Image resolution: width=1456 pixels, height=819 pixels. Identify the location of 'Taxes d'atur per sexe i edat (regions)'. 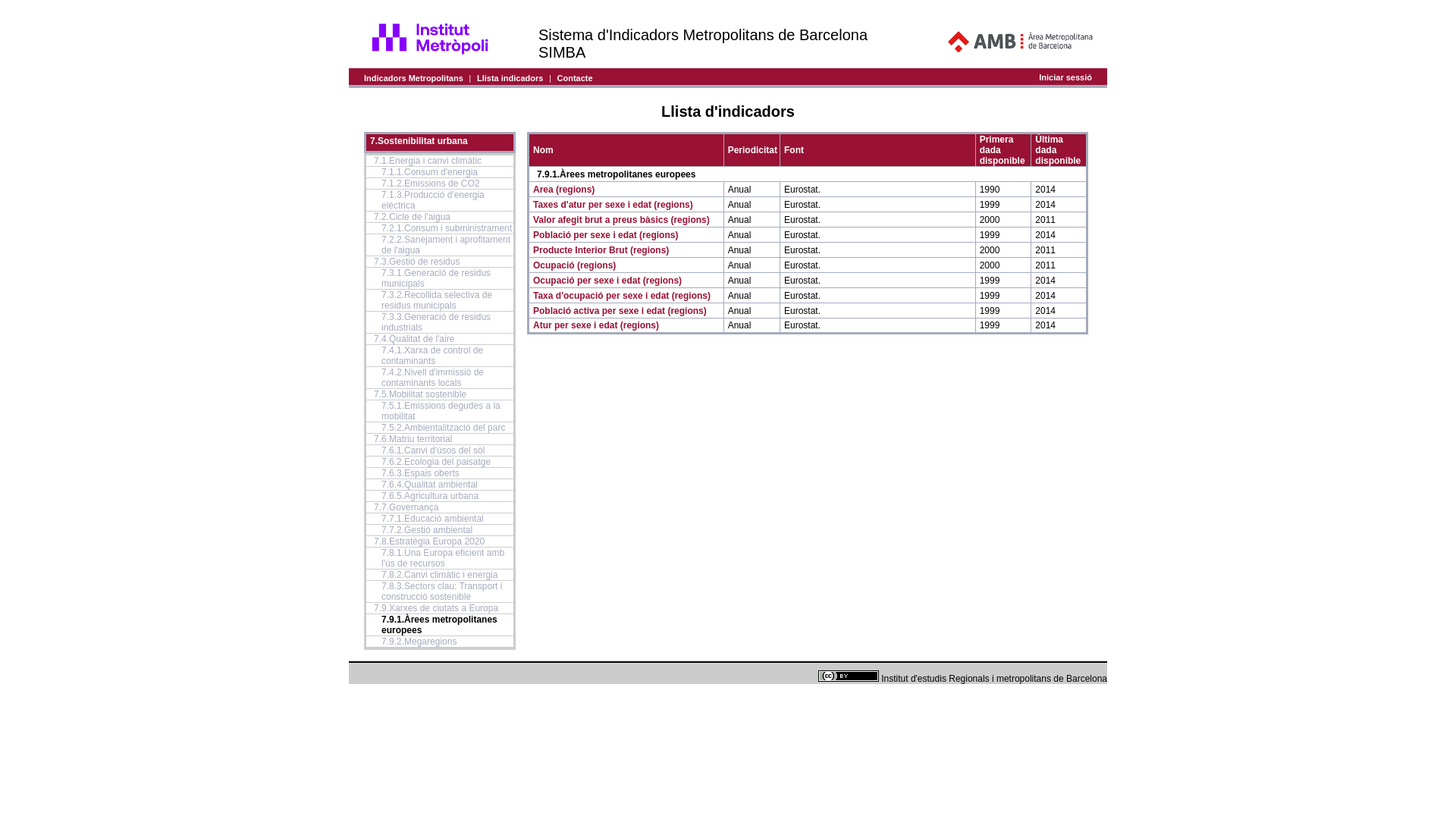
(613, 203).